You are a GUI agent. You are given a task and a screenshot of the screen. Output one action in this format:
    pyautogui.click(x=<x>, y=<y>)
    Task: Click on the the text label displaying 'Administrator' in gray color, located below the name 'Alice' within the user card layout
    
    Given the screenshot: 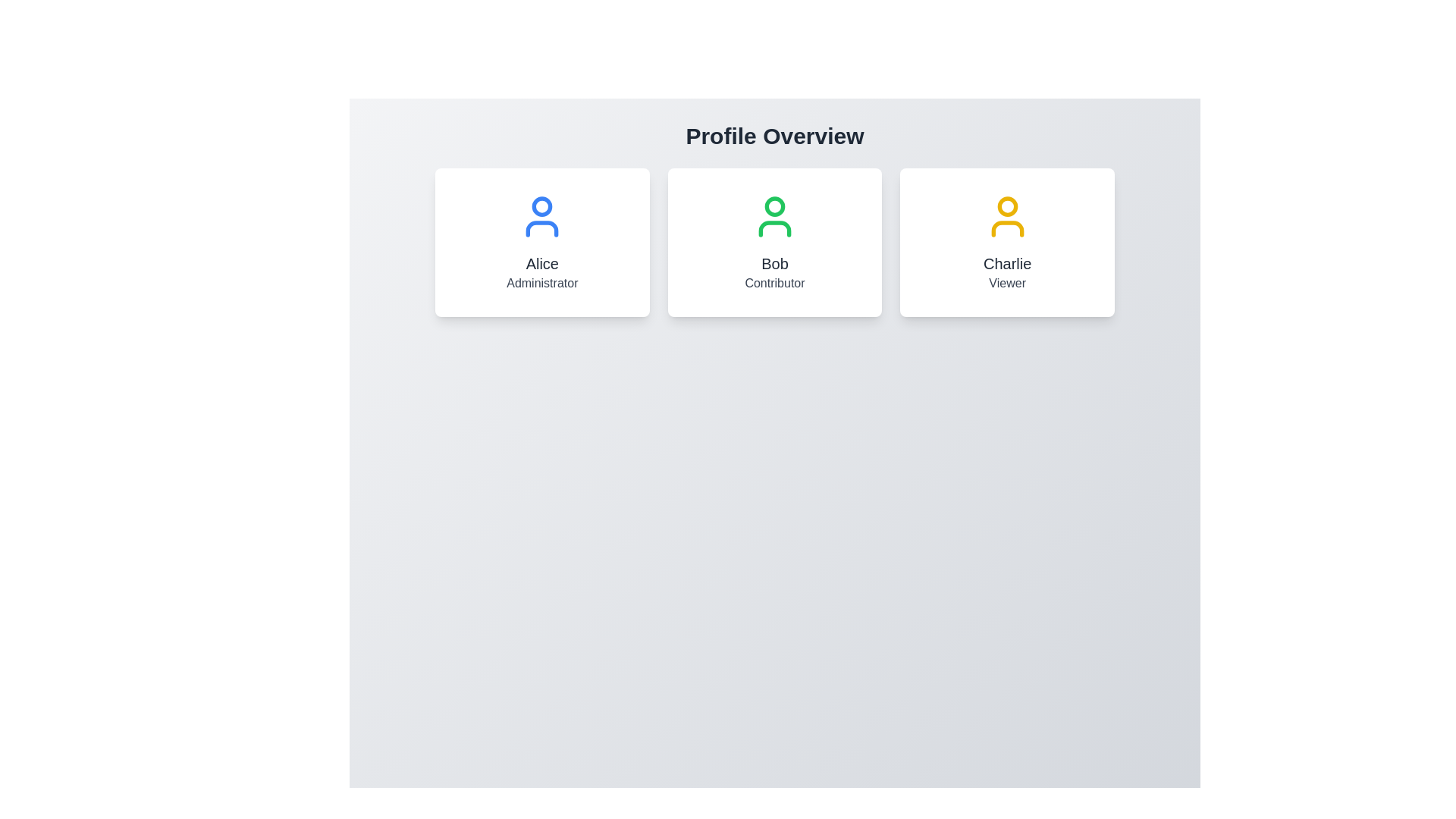 What is the action you would take?
    pyautogui.click(x=542, y=284)
    